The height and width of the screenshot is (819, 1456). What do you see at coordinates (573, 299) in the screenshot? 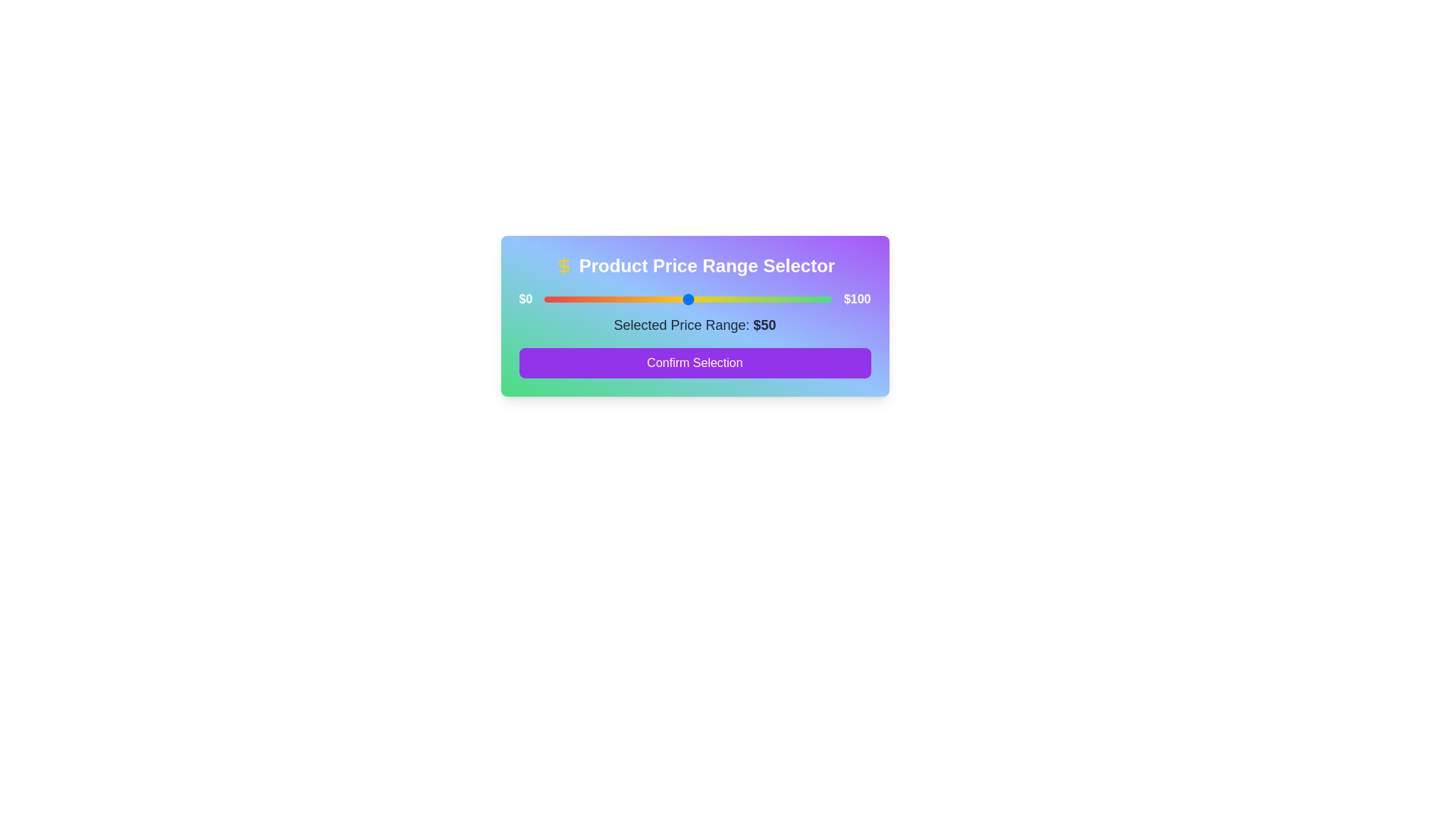
I see `the price range slider to set the value to 10` at bounding box center [573, 299].